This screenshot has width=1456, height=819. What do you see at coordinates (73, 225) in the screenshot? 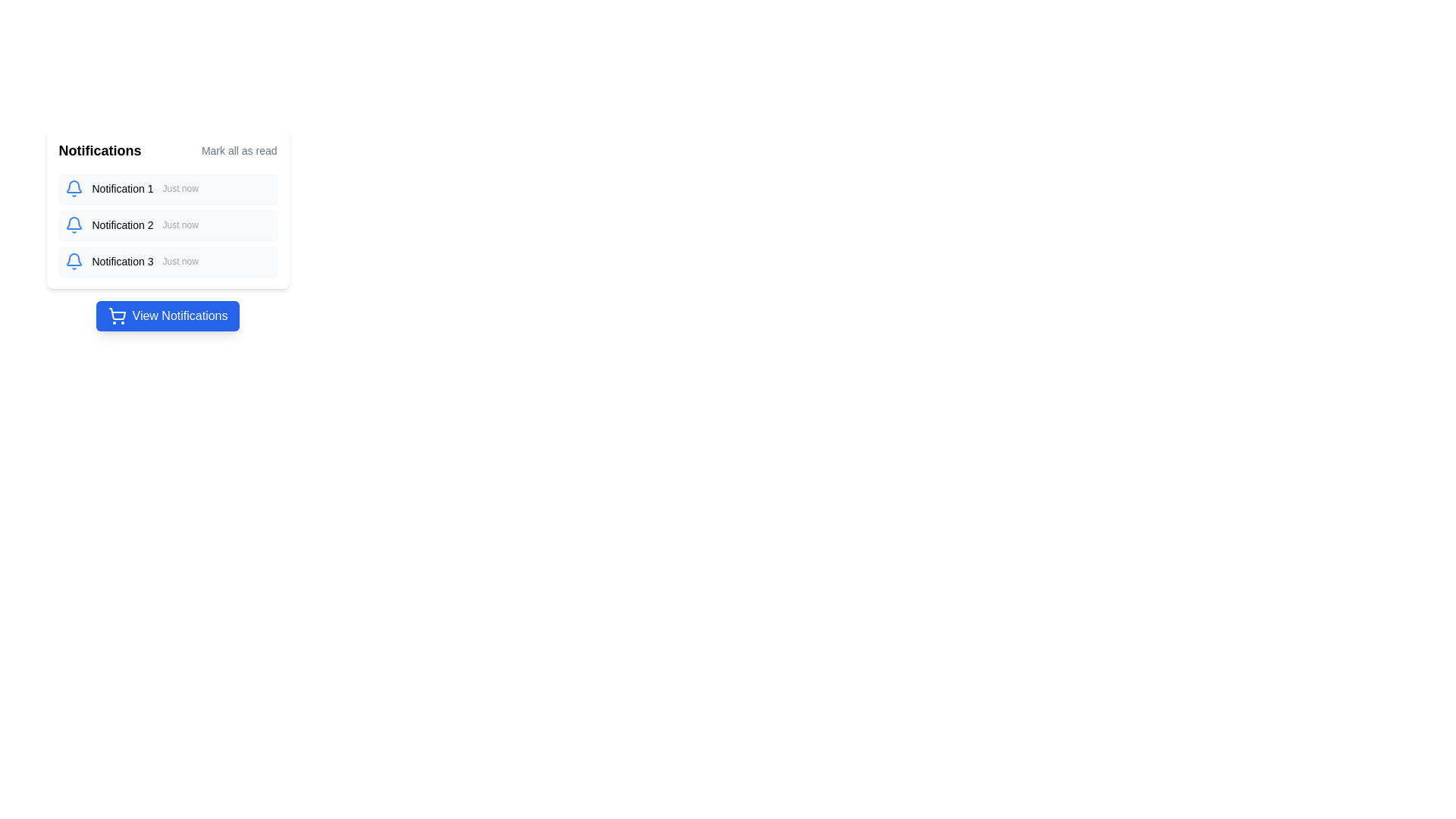
I see `the notification icon symbolizing notifications for 'Notification 2', which is located to the far left of the notification entry` at bounding box center [73, 225].